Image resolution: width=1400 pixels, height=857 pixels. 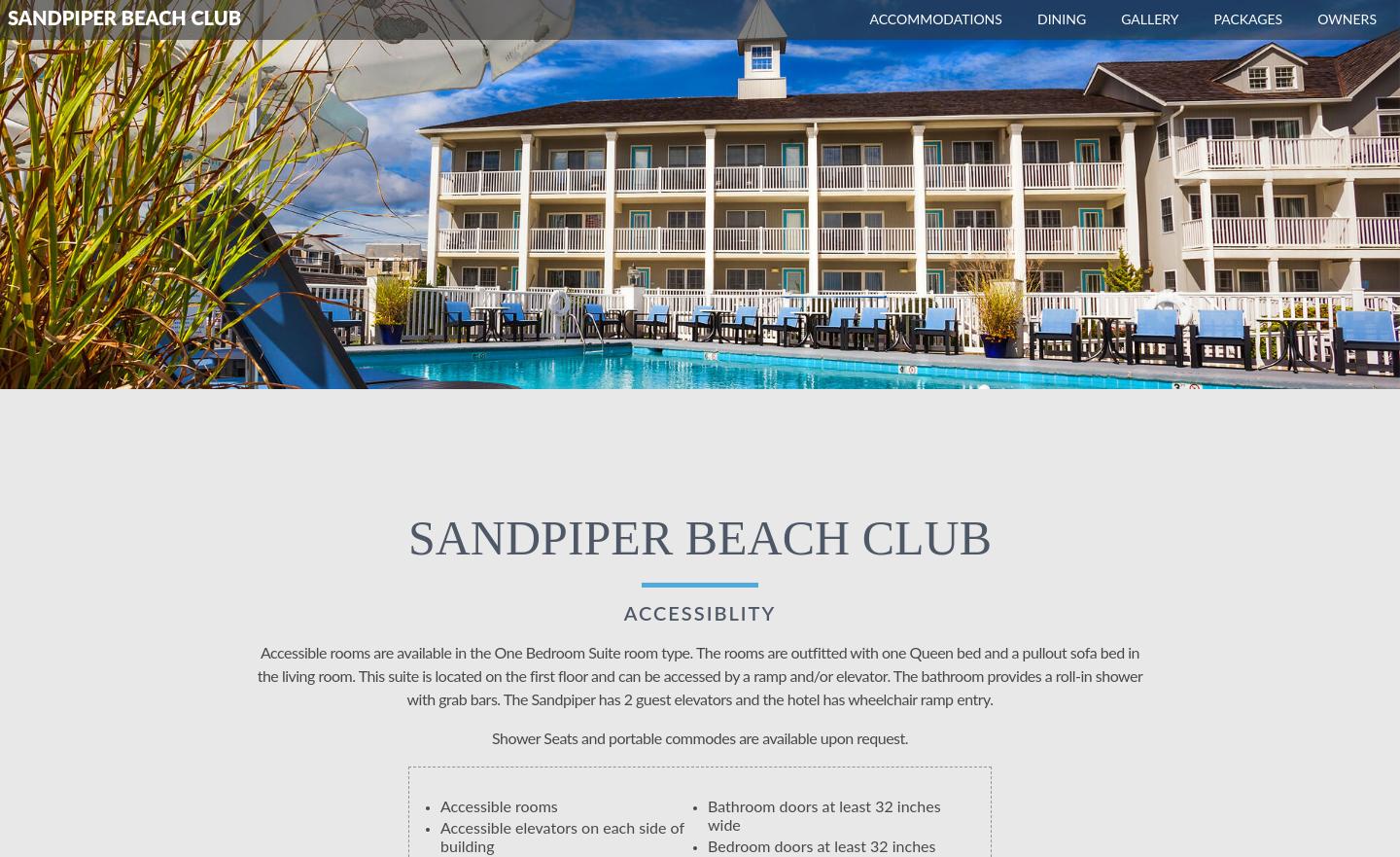 What do you see at coordinates (440, 838) in the screenshot?
I see `'Accessible elevators on each side of building'` at bounding box center [440, 838].